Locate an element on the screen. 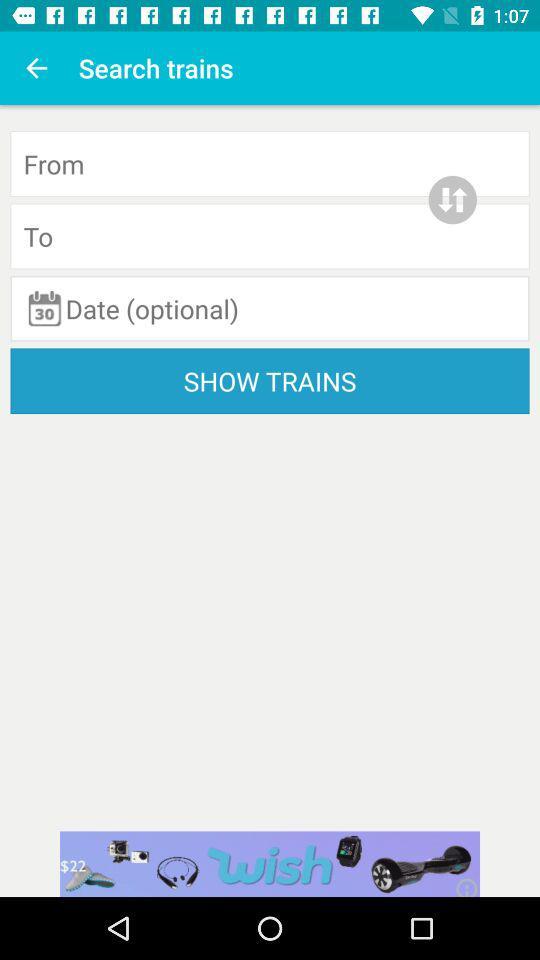  the swap icon is located at coordinates (452, 200).